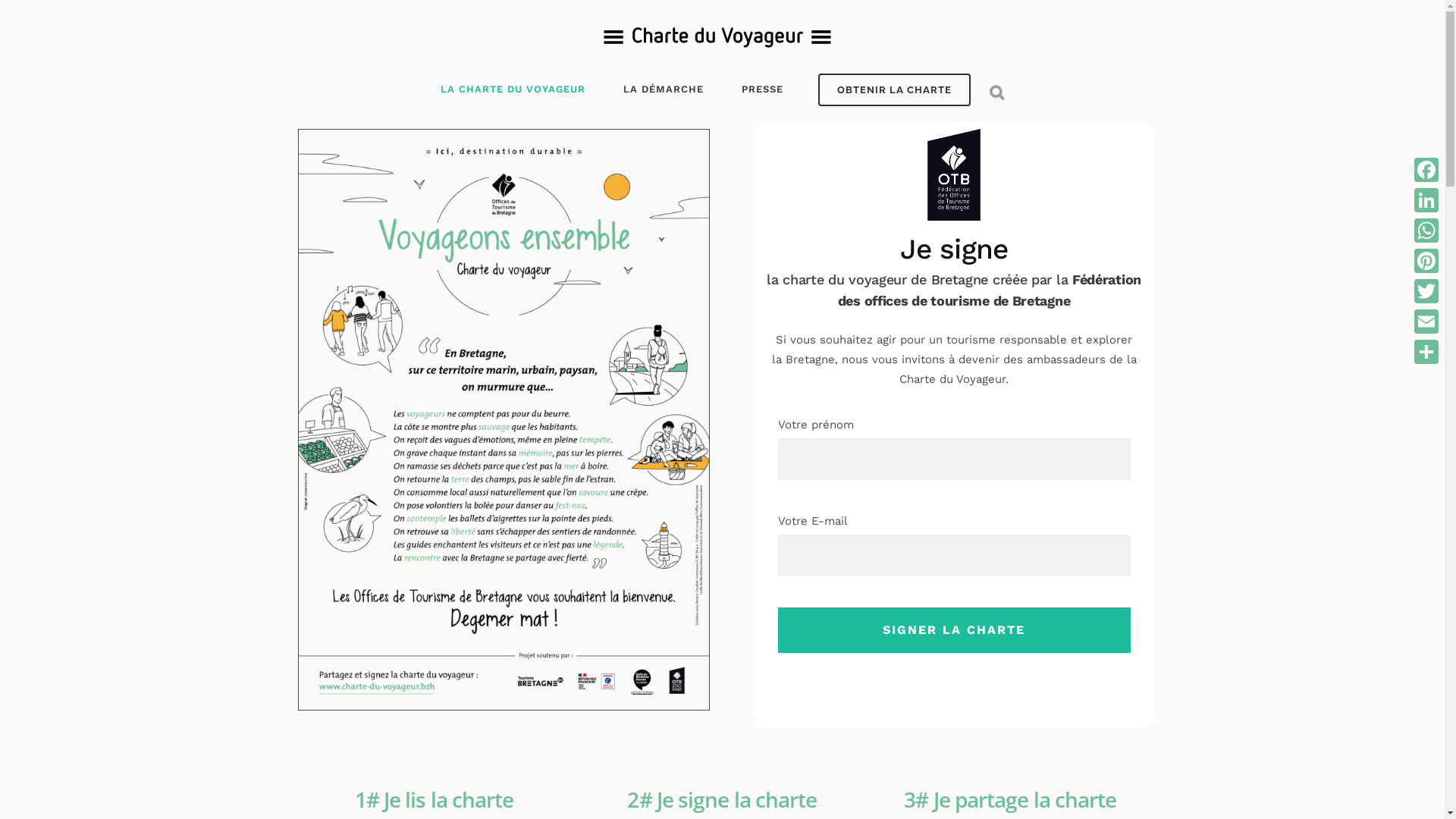 This screenshot has height=819, width=1456. Describe the element at coordinates (1426, 351) in the screenshot. I see `'Partager'` at that location.